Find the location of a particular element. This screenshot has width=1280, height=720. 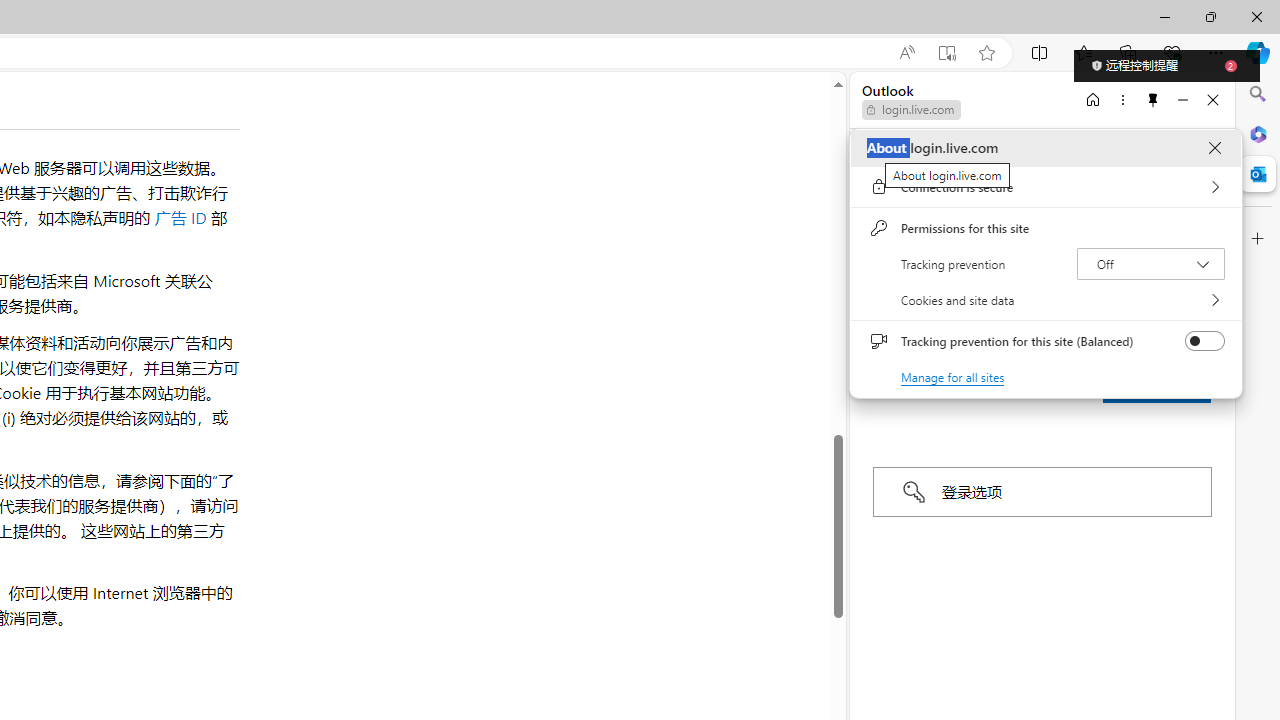

'Cookies and site data' is located at coordinates (1045, 300).